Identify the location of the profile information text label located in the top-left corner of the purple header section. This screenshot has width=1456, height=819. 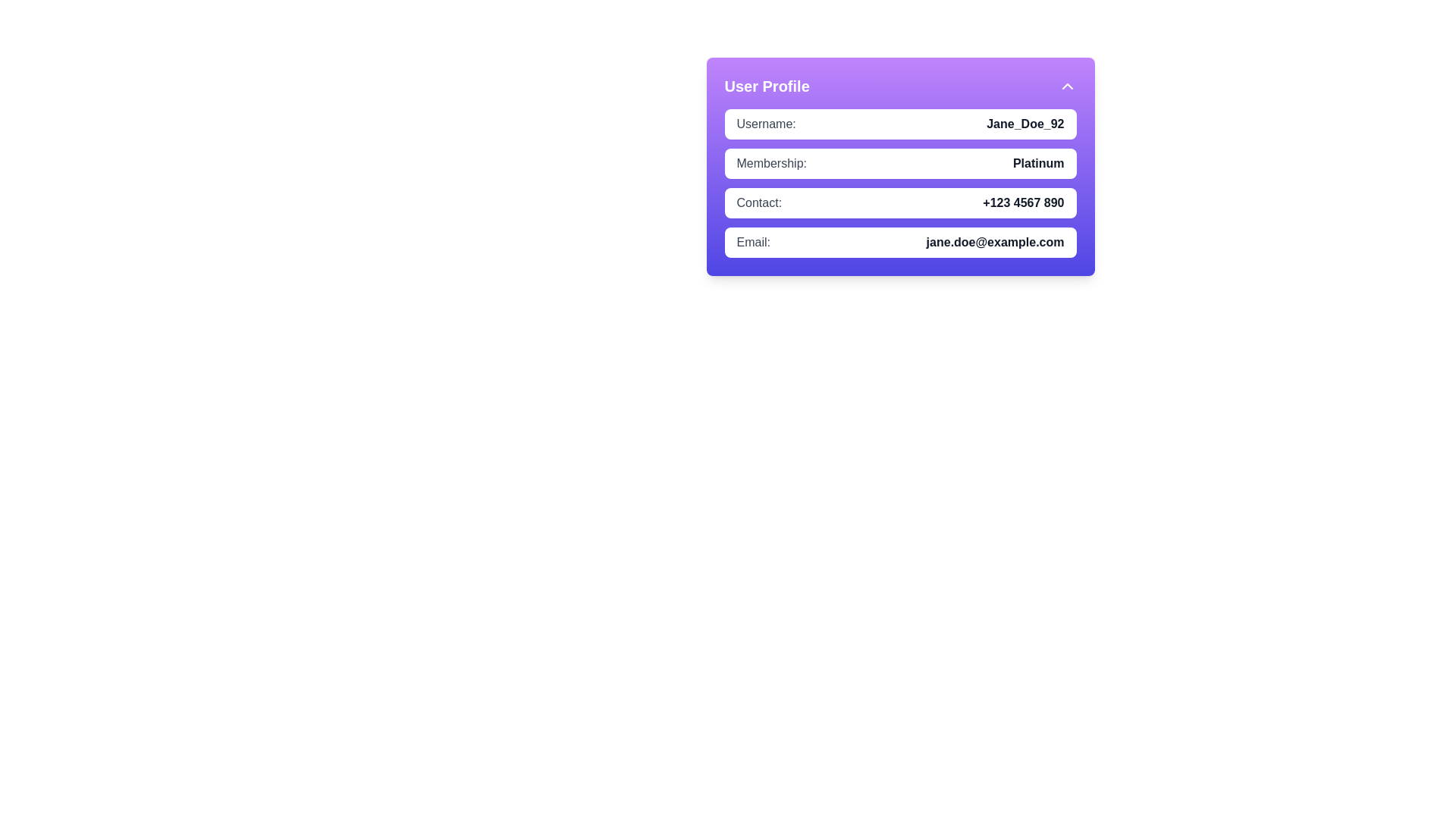
(767, 86).